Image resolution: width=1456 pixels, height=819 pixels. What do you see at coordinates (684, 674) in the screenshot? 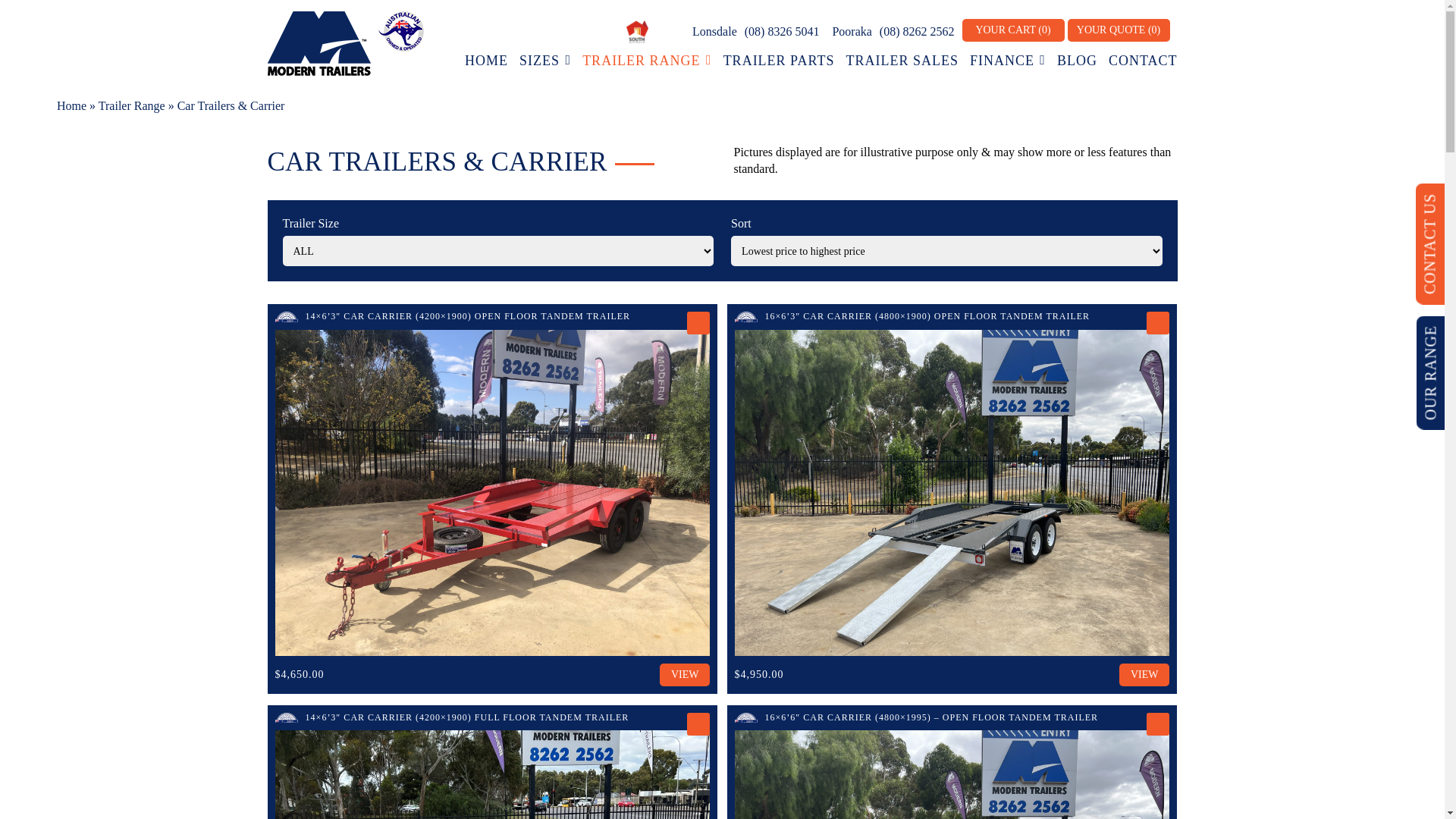
I see `'VIEW'` at bounding box center [684, 674].